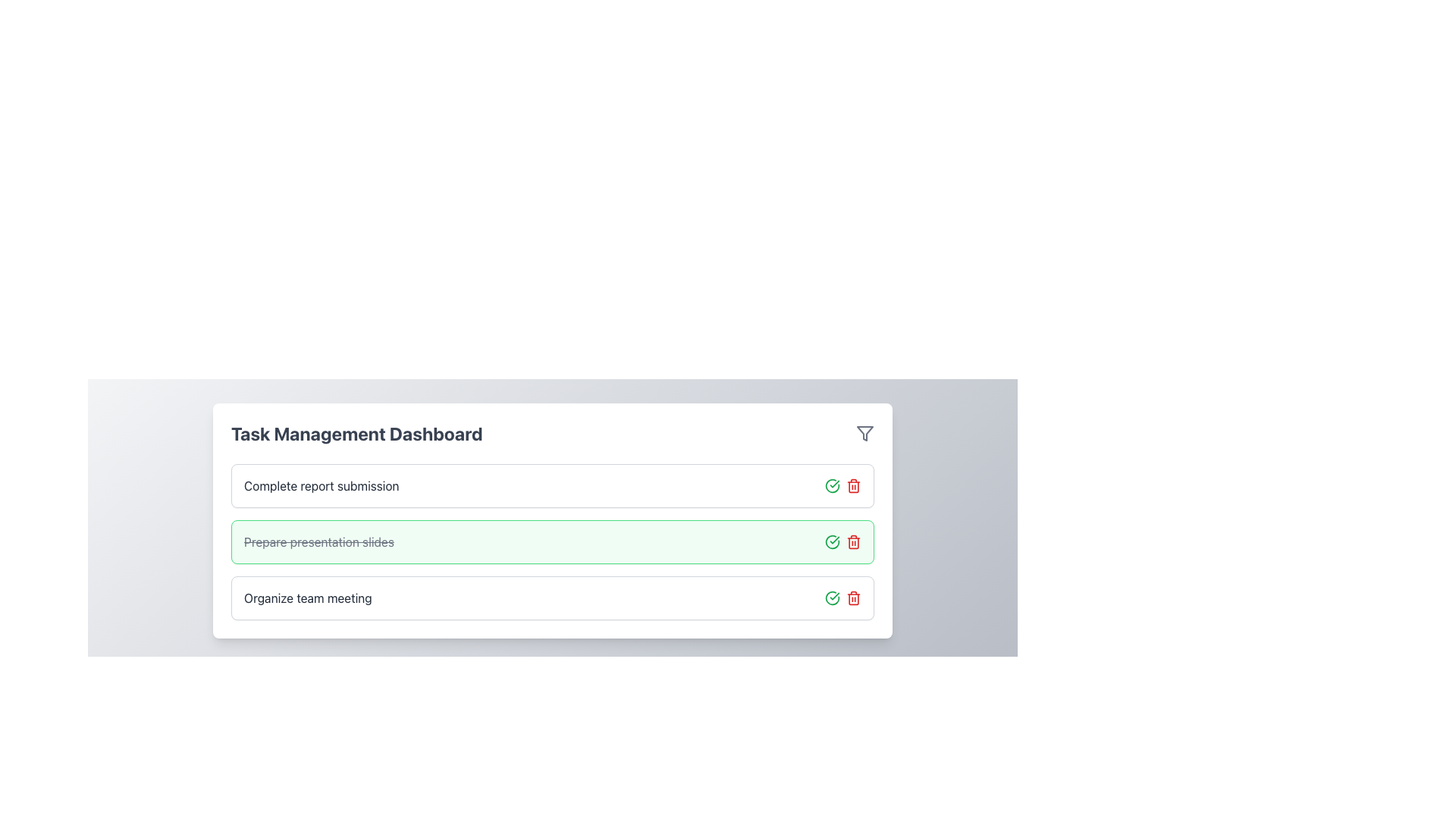 The height and width of the screenshot is (819, 1456). I want to click on the red trash can icon button, which is styled with 'text-red-600' and 'hover:text-red-700' classes, to change its color to a darker red, so click(854, 541).